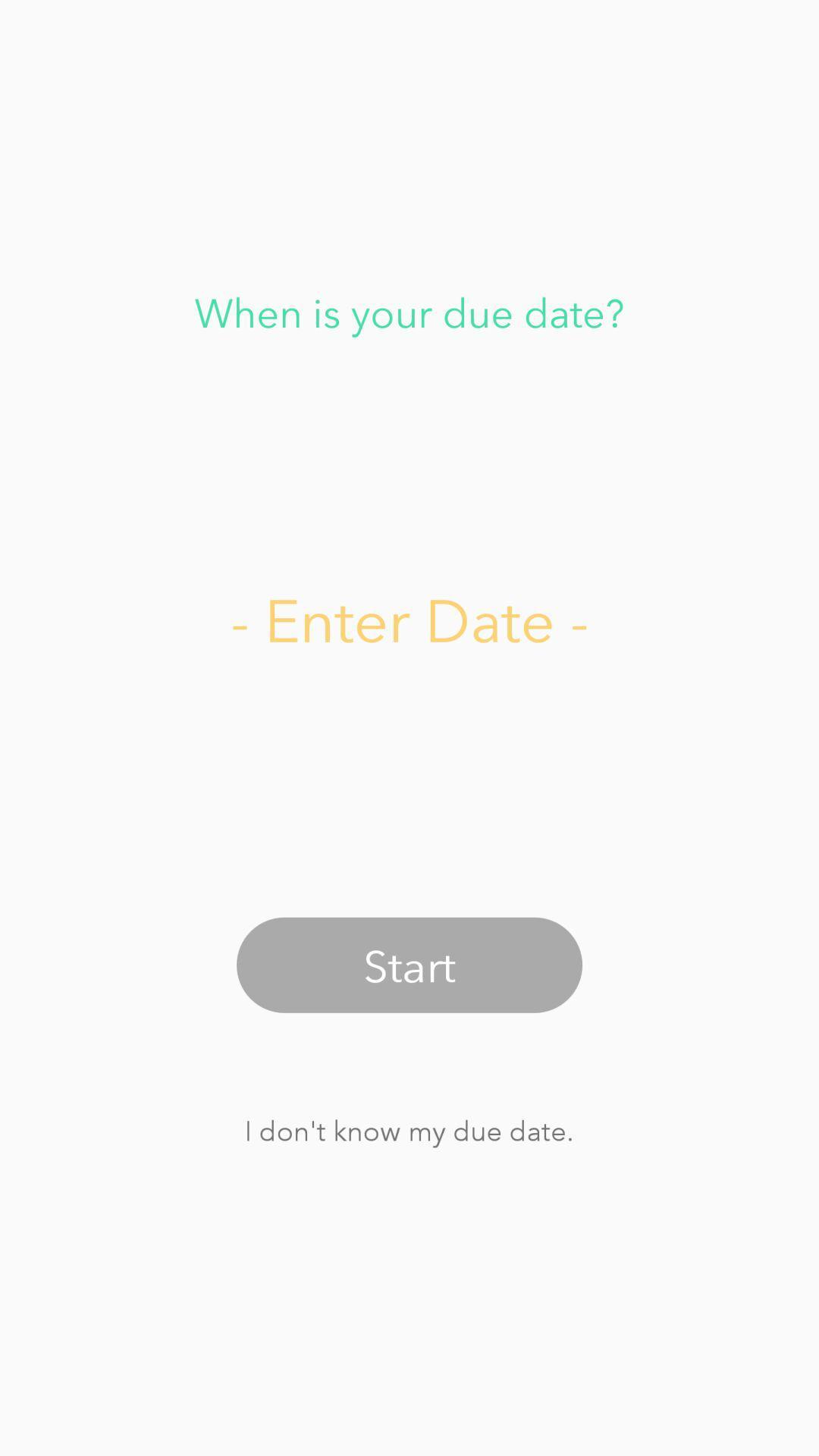 This screenshot has height=1456, width=819. What do you see at coordinates (408, 1130) in the screenshot?
I see `icon below the start item` at bounding box center [408, 1130].